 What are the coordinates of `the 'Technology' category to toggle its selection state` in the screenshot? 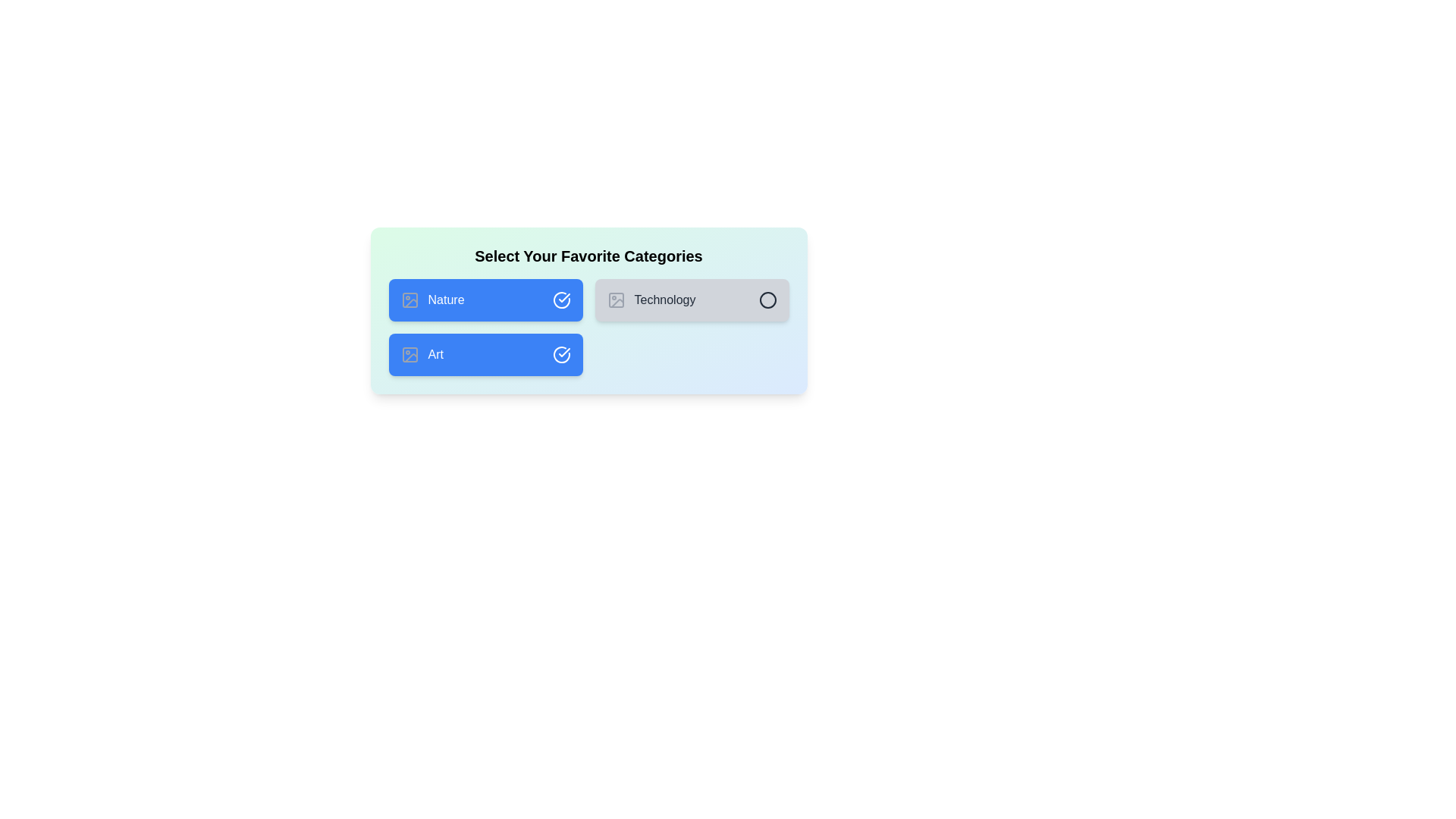 It's located at (691, 300).